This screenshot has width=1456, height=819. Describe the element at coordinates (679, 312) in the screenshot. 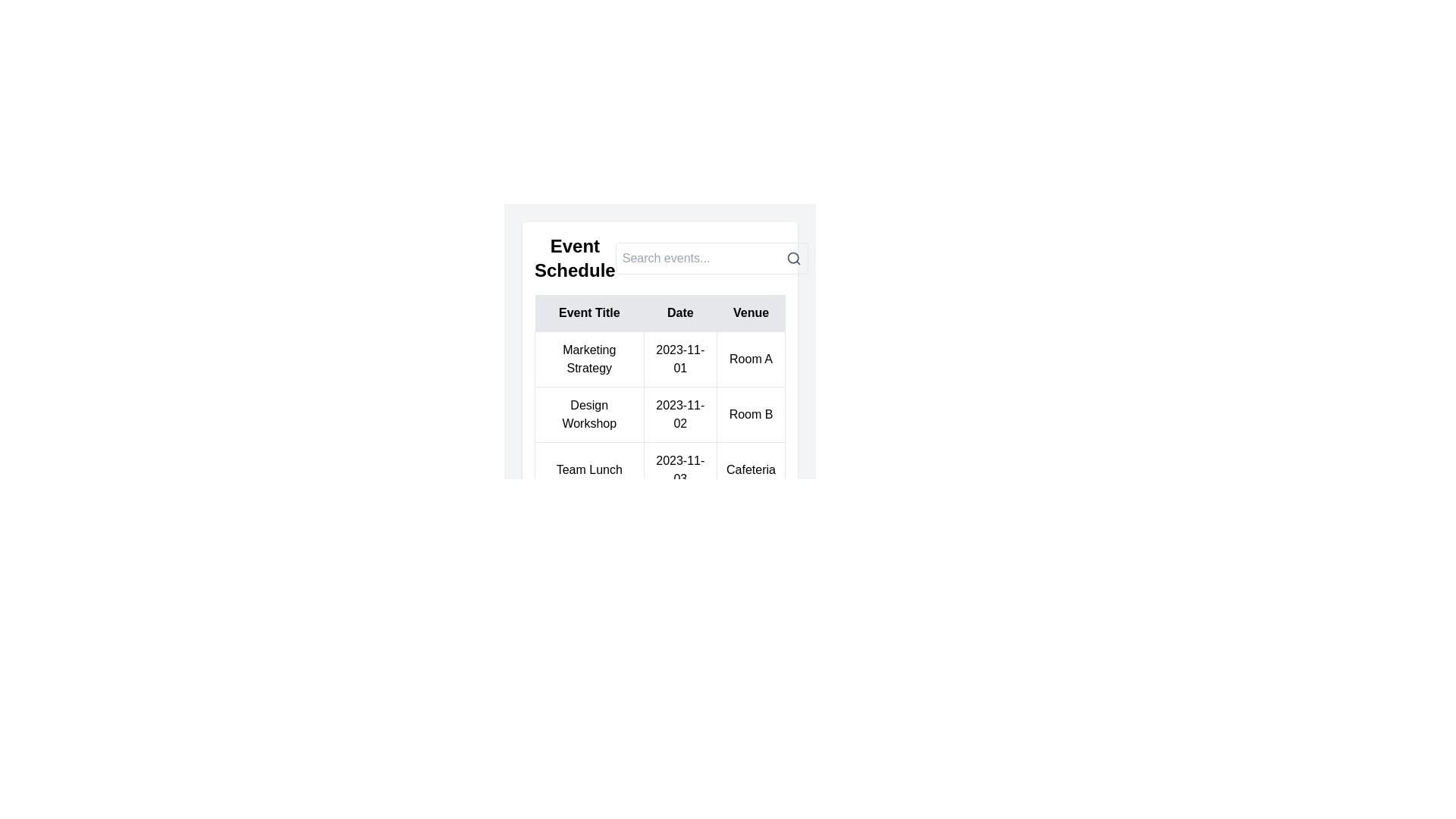

I see `the 'Date' header TextLabel, which is the second element in a series of three horizontally aligned elements in the header row of a table` at that location.